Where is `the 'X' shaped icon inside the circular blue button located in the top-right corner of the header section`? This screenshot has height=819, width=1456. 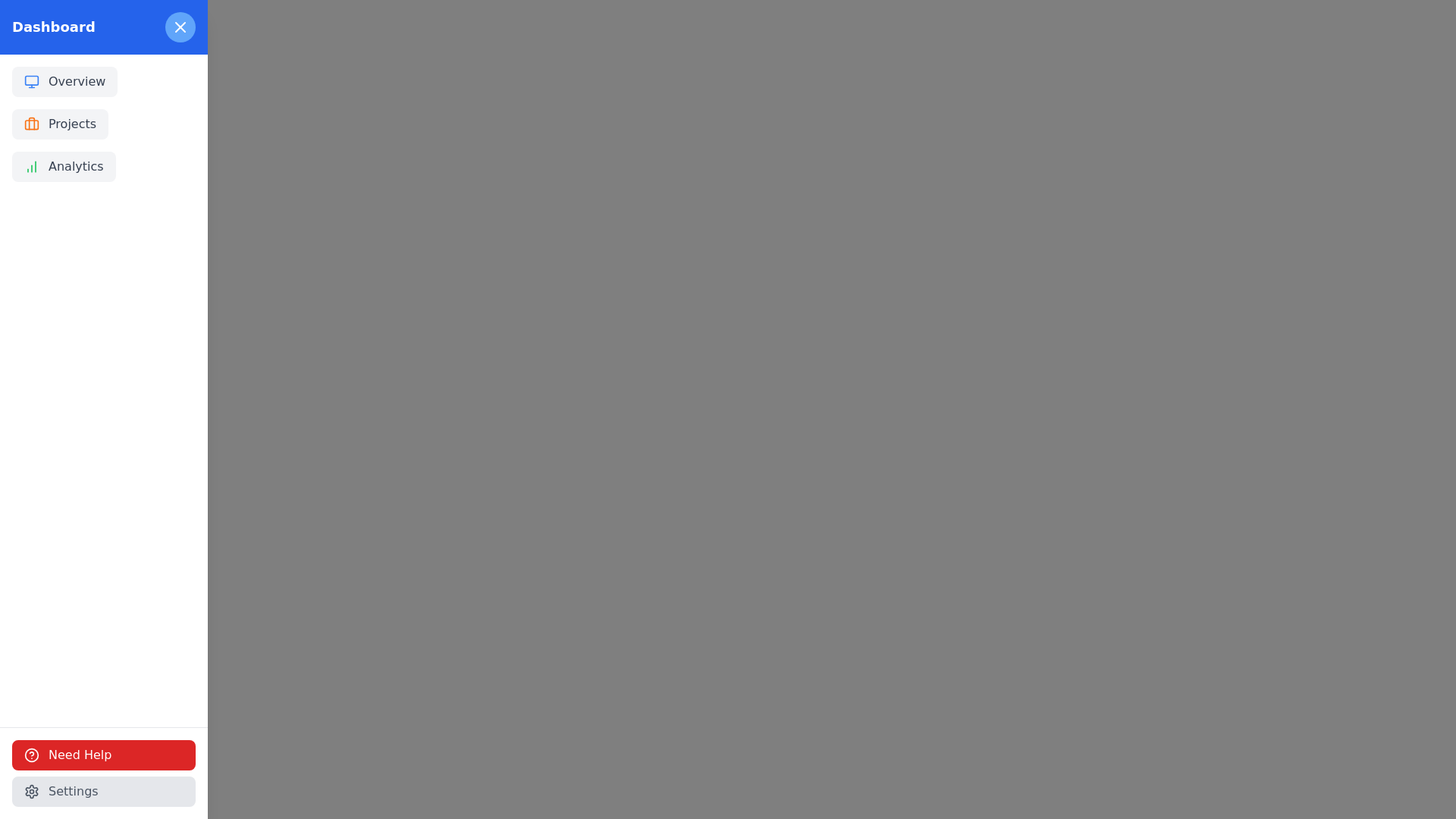 the 'X' shaped icon inside the circular blue button located in the top-right corner of the header section is located at coordinates (180, 27).